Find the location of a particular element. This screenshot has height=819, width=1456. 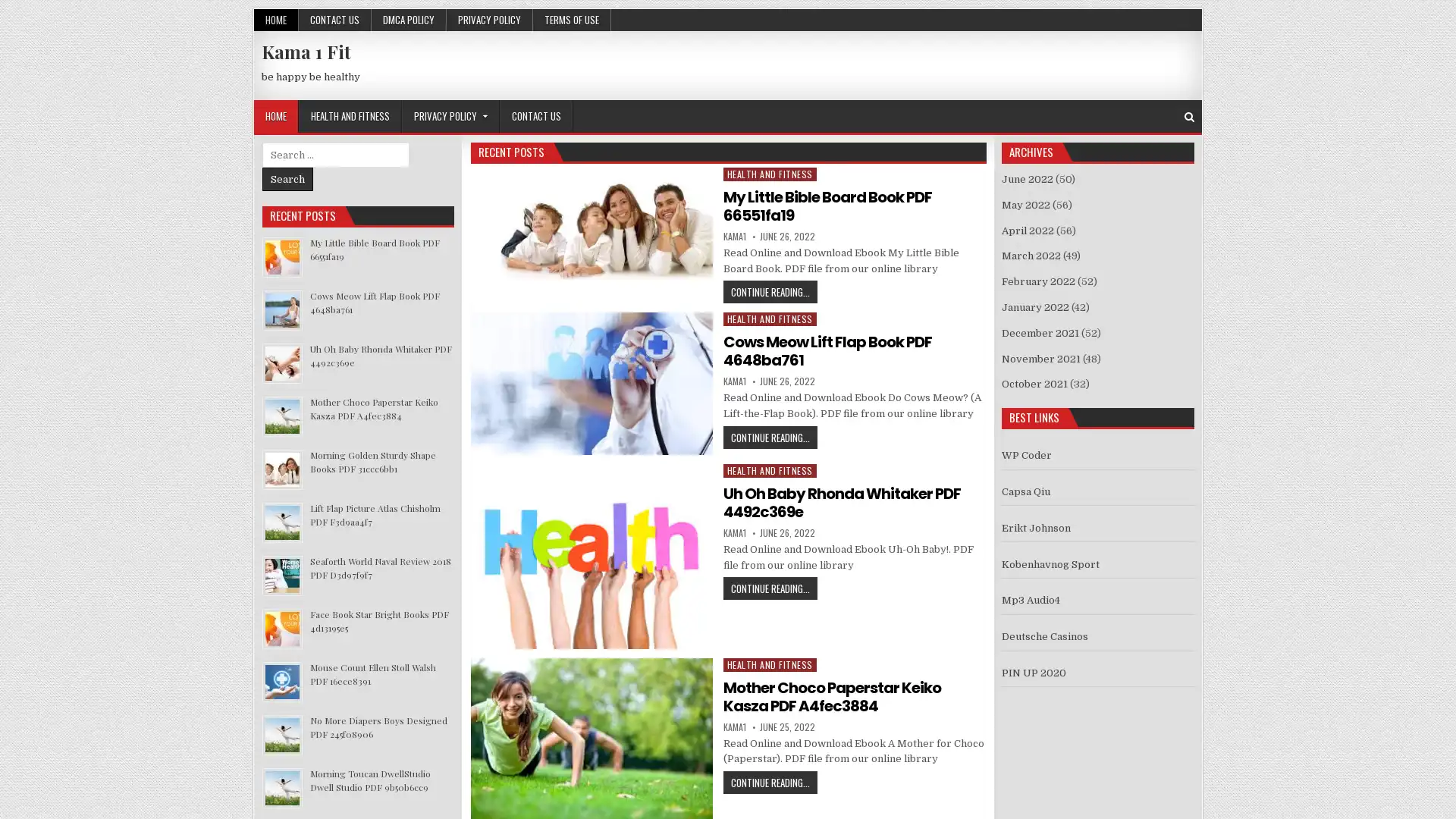

Search is located at coordinates (287, 178).